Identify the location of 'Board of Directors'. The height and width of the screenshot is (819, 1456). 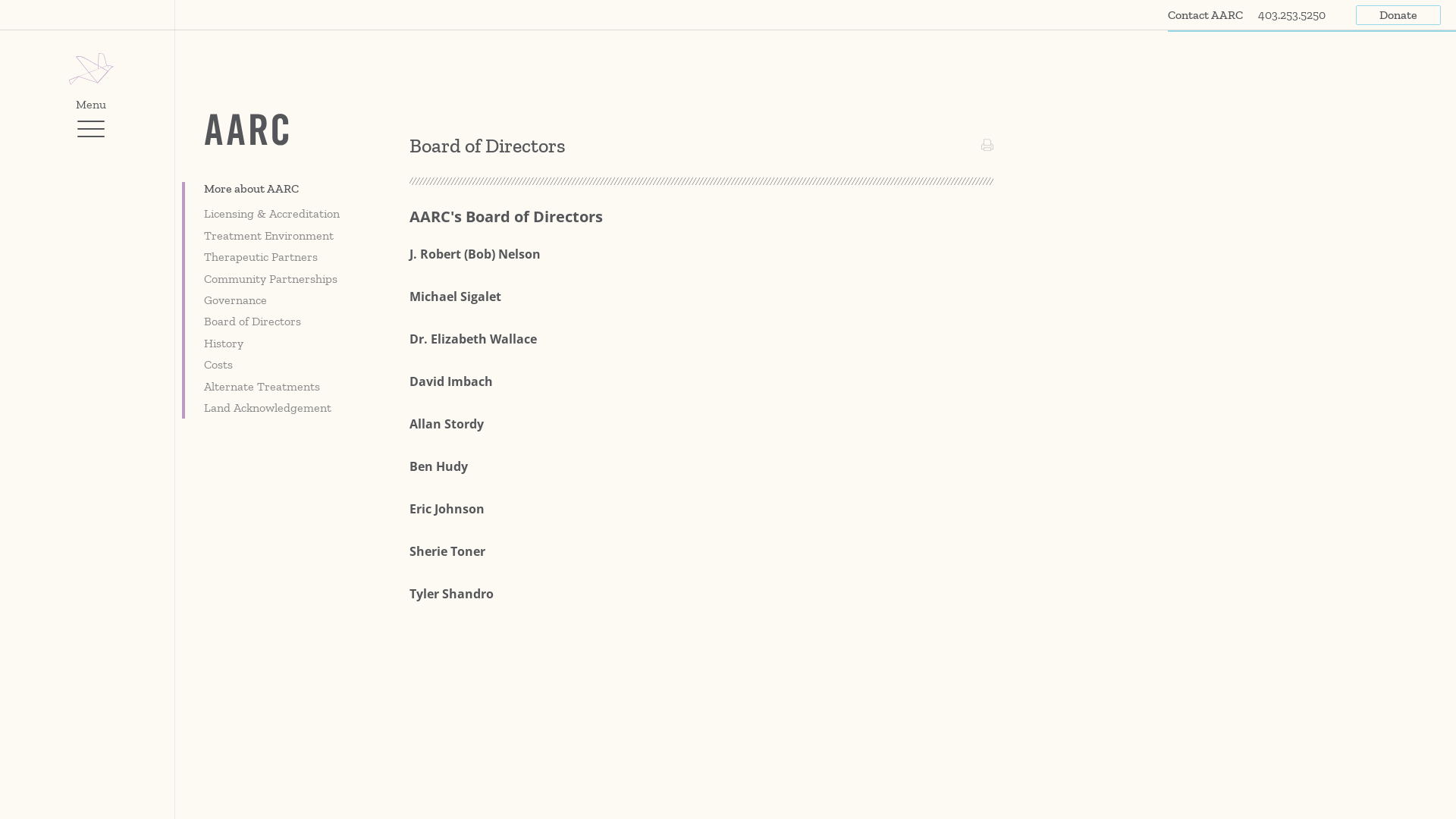
(284, 321).